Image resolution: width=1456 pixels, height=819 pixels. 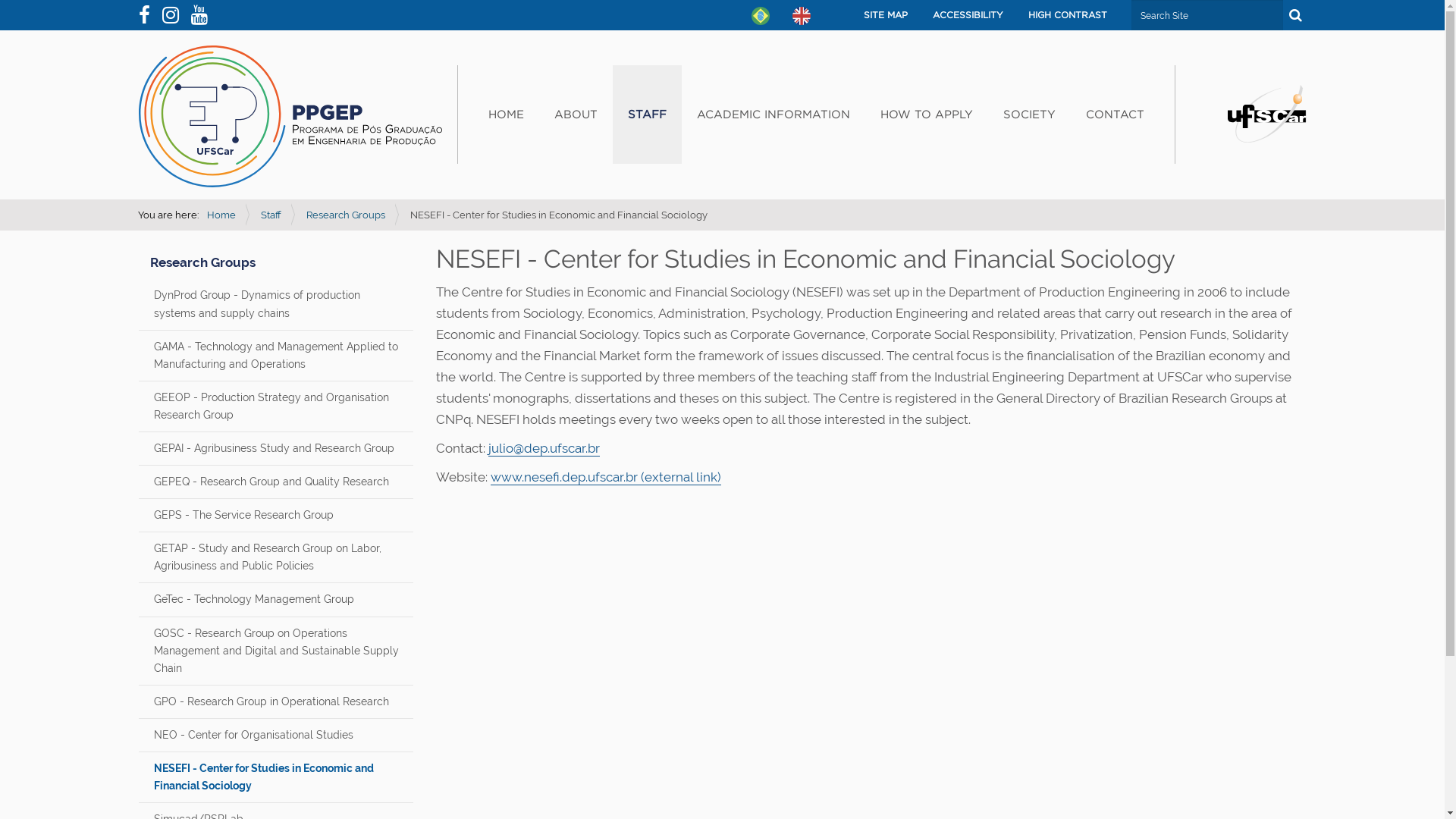 What do you see at coordinates (800, 14) in the screenshot?
I see `'English'` at bounding box center [800, 14].